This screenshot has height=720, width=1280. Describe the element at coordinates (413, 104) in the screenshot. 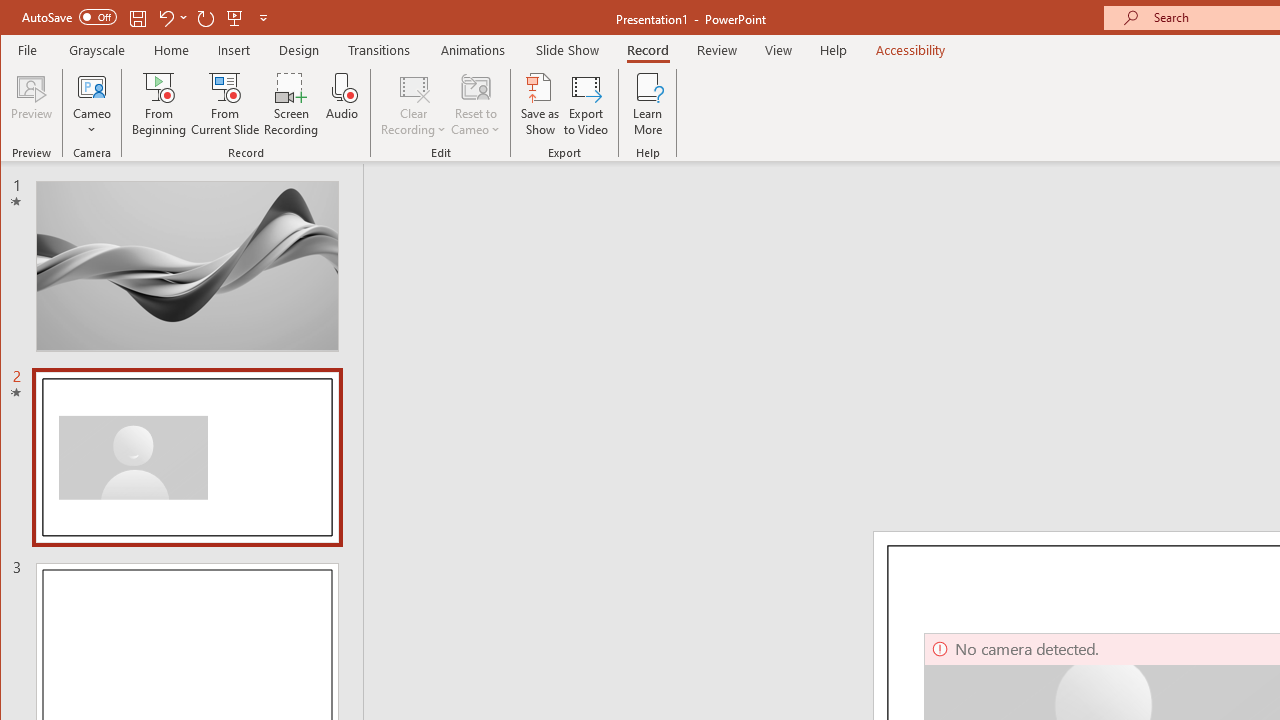

I see `'Clear Recording'` at that location.